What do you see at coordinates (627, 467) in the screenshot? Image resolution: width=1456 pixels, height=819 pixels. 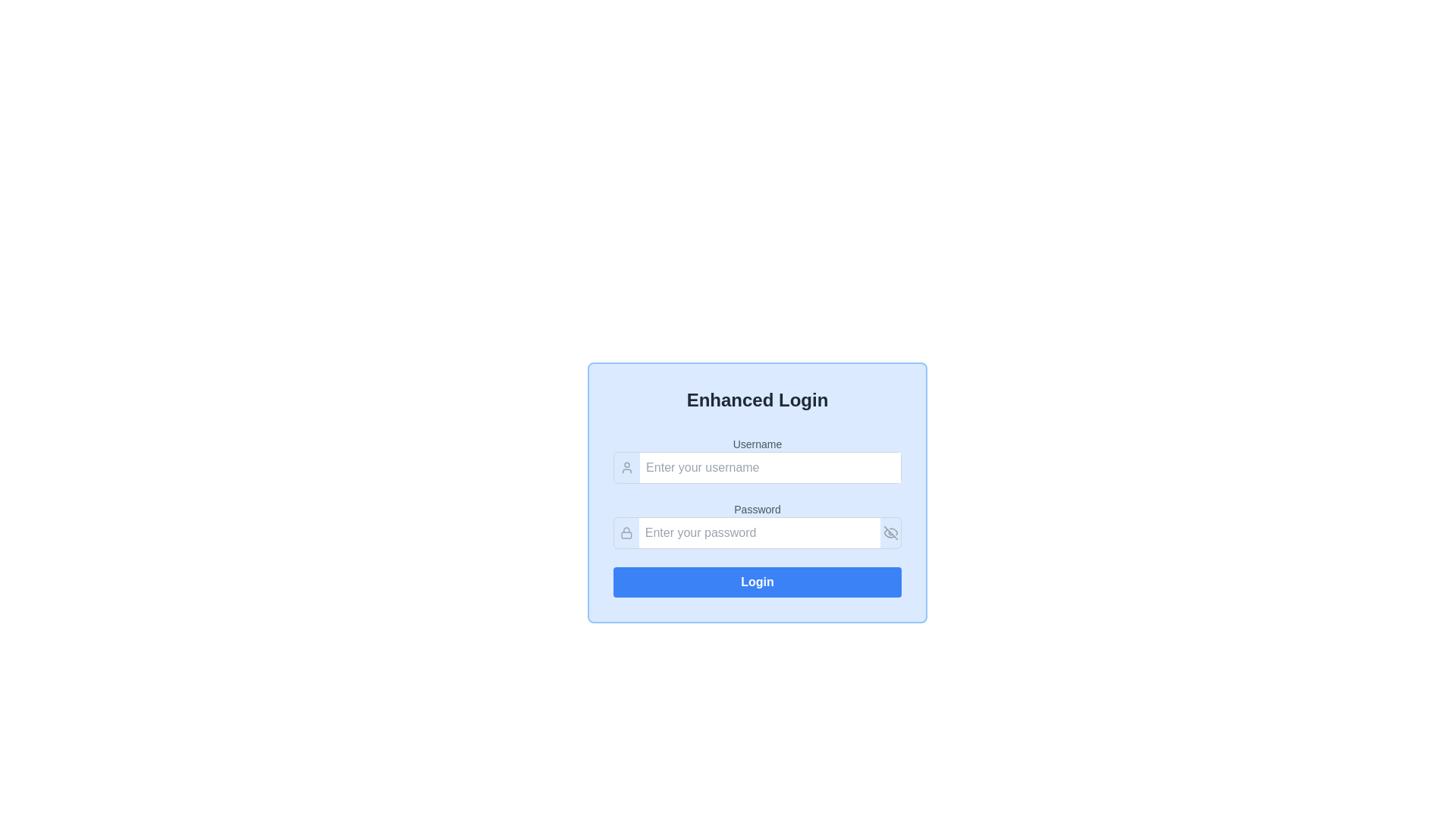 I see `the minimalistic gray user icon with a thin stroke outline, located to the left of the username input field` at bounding box center [627, 467].